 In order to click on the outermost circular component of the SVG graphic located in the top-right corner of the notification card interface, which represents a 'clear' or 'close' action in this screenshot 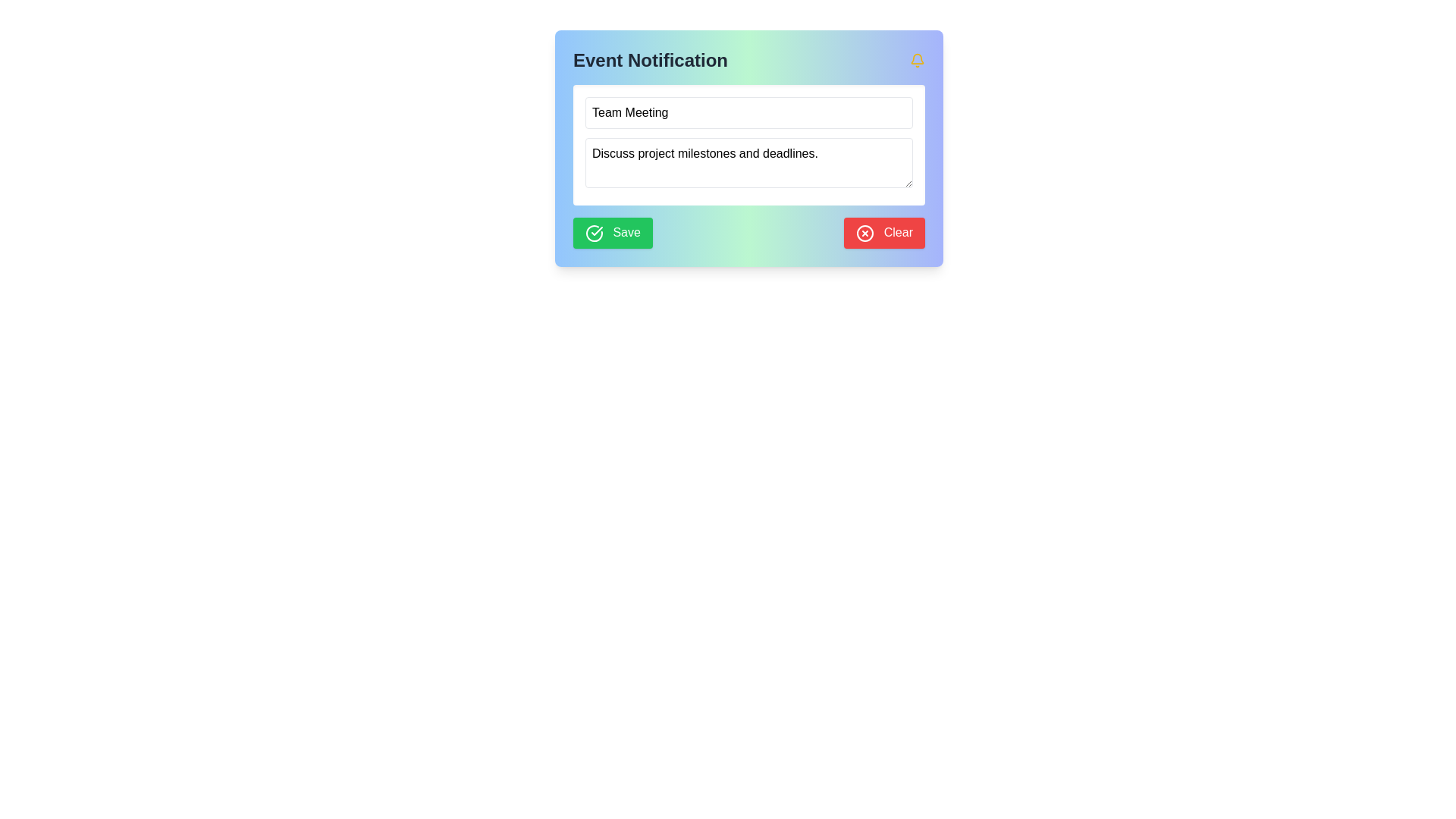, I will do `click(865, 233)`.